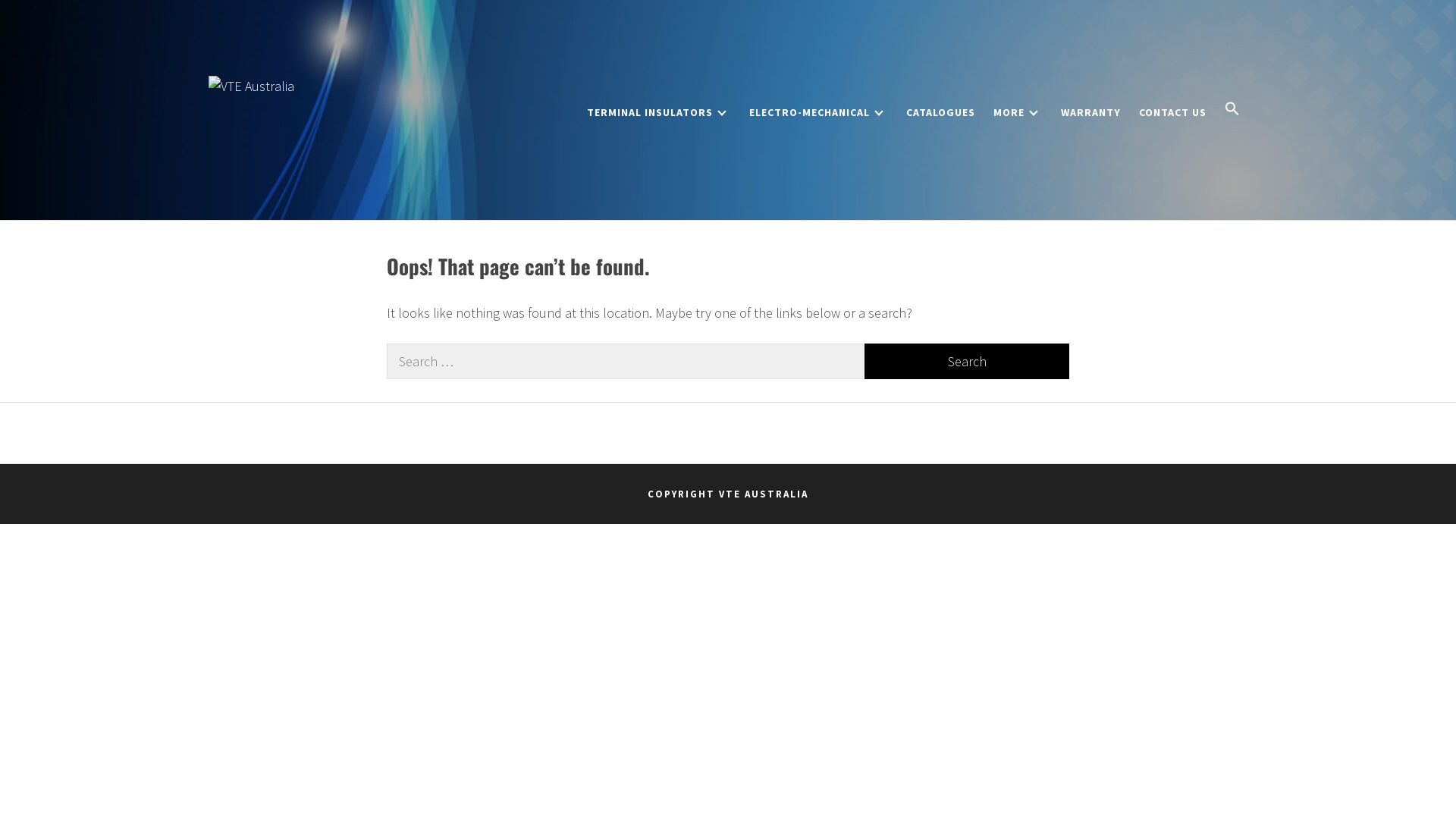 The image size is (1456, 819). Describe the element at coordinates (1052, 111) in the screenshot. I see `'WARRANTY'` at that location.